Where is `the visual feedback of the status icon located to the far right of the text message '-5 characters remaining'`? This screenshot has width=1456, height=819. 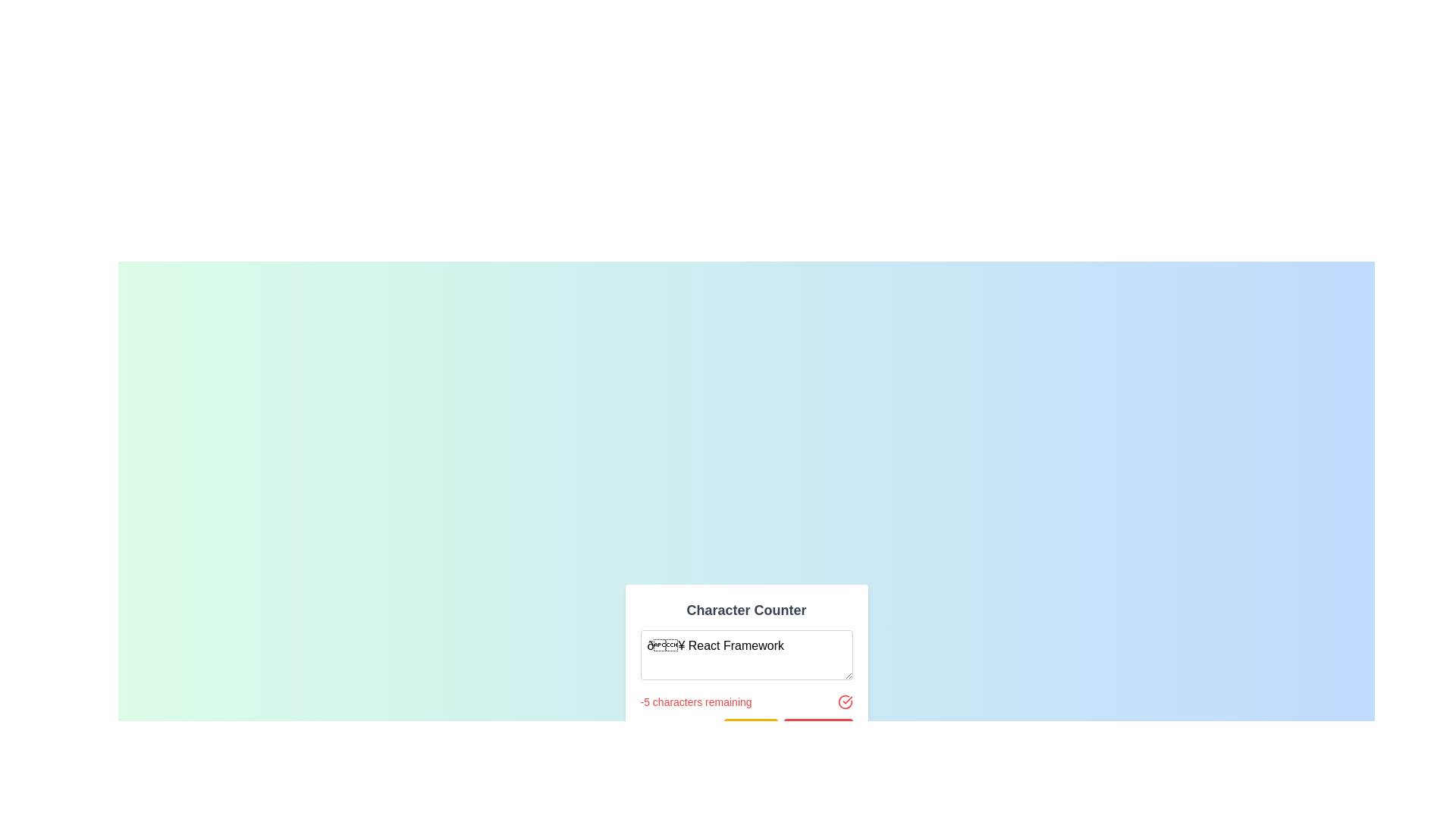
the visual feedback of the status icon located to the far right of the text message '-5 characters remaining' is located at coordinates (844, 701).